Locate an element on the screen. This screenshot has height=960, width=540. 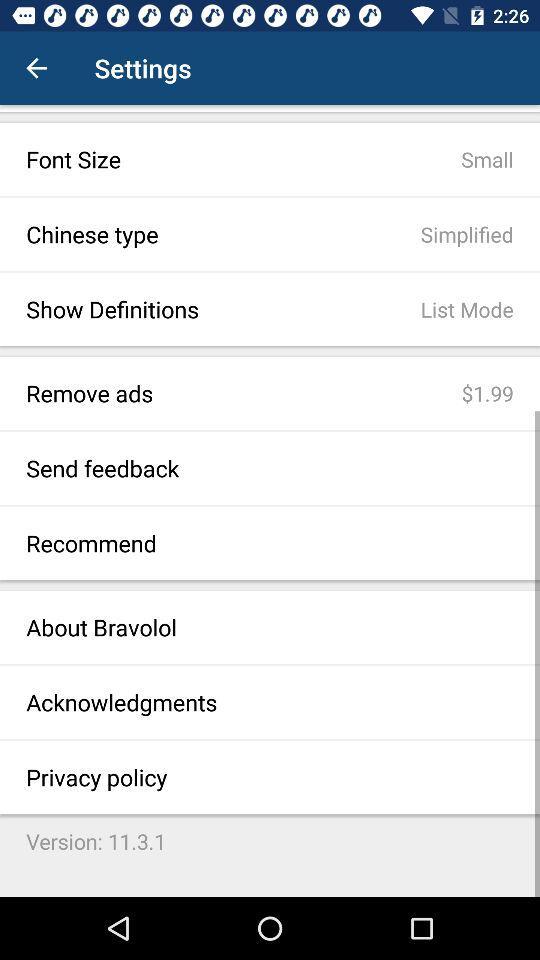
item to the left of settings icon is located at coordinates (36, 68).